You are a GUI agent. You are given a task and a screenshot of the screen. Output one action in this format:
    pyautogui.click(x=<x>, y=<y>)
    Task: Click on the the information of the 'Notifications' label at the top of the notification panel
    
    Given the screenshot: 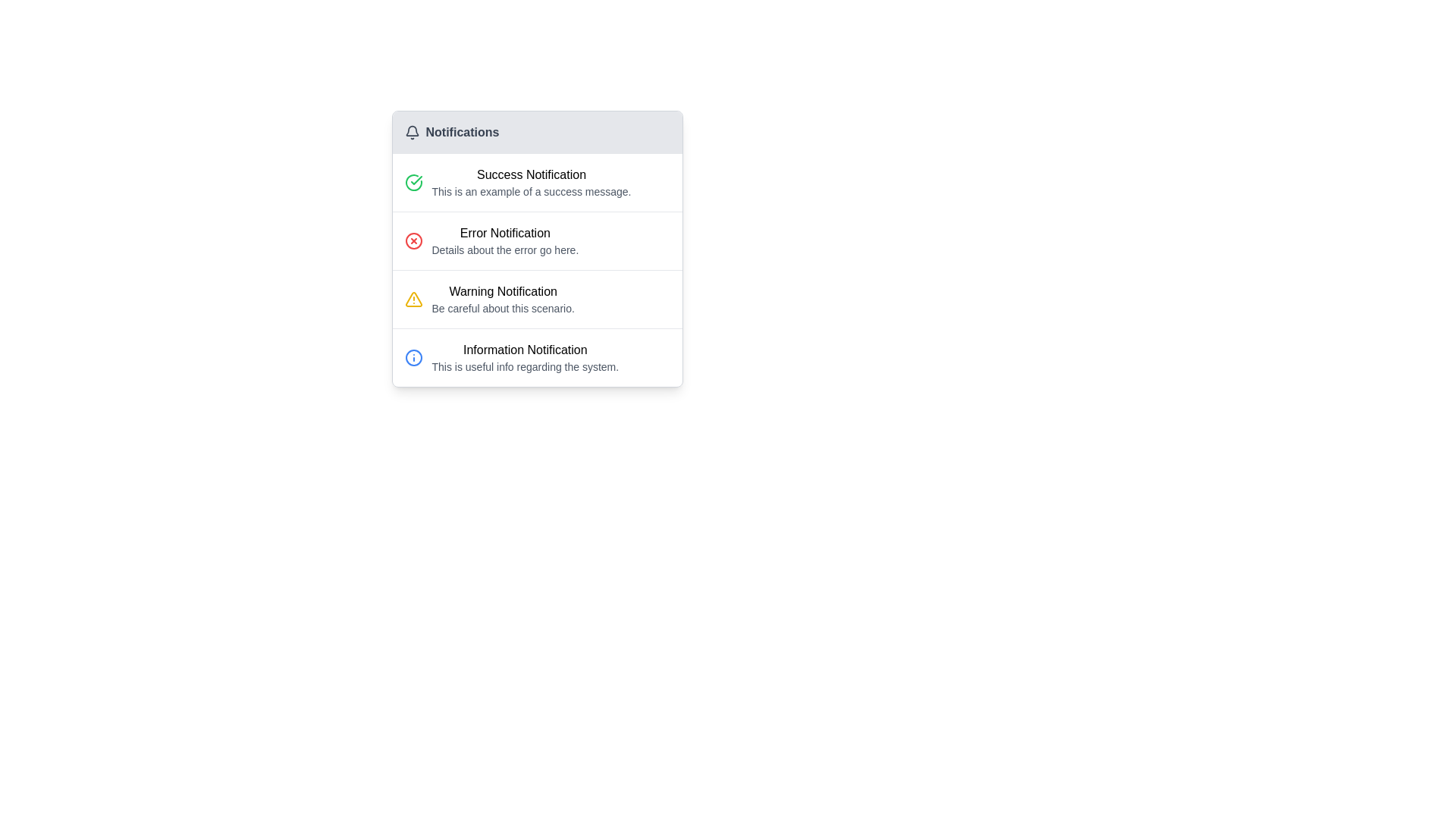 What is the action you would take?
    pyautogui.click(x=537, y=131)
    